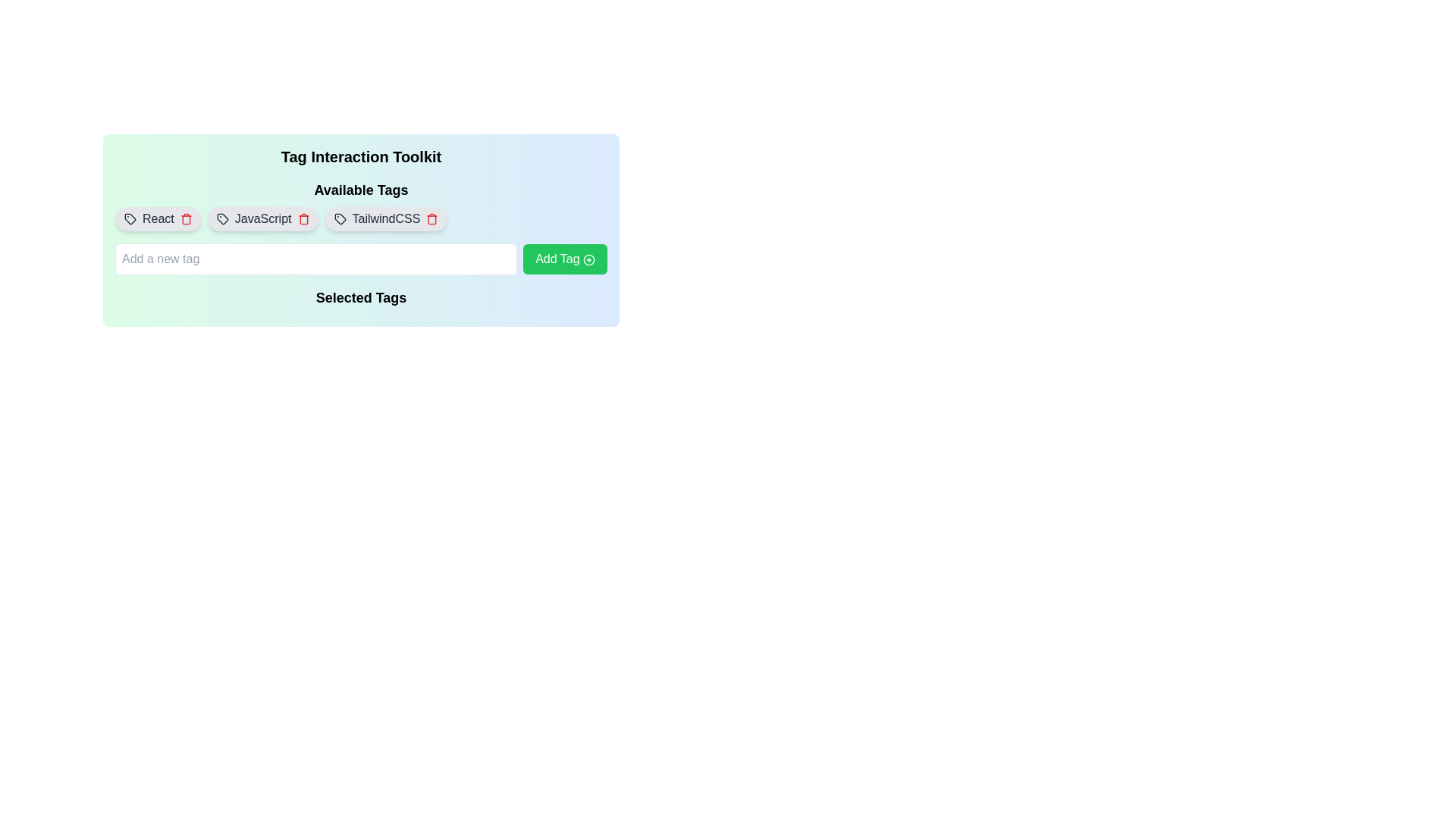 The width and height of the screenshot is (1456, 819). What do you see at coordinates (130, 219) in the screenshot?
I see `the decorative icon in the 'Available Tags' section above the 'React' text, which is part of the tag button` at bounding box center [130, 219].